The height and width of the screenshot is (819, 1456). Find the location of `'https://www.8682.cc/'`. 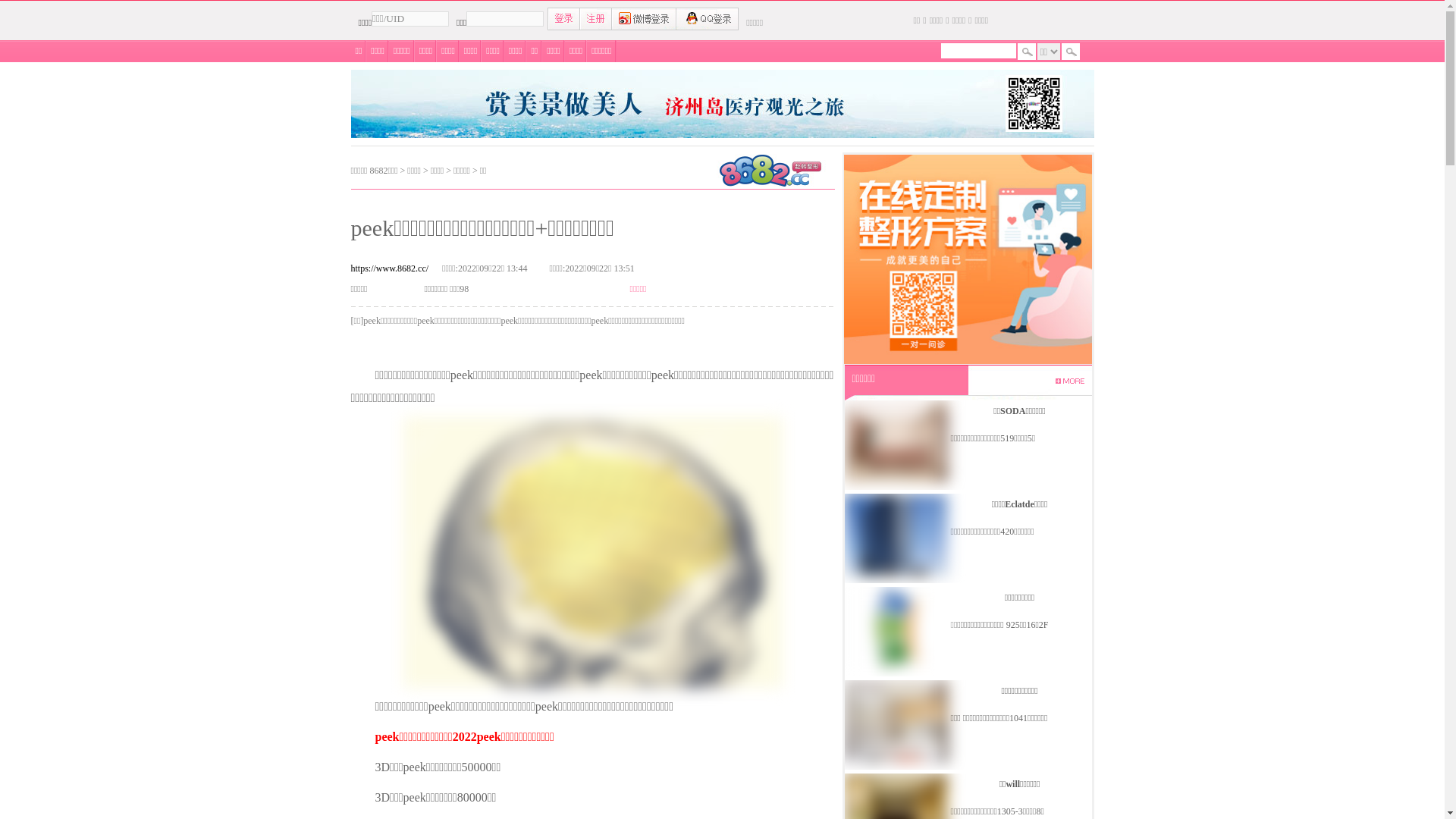

'https://www.8682.cc/' is located at coordinates (389, 268).